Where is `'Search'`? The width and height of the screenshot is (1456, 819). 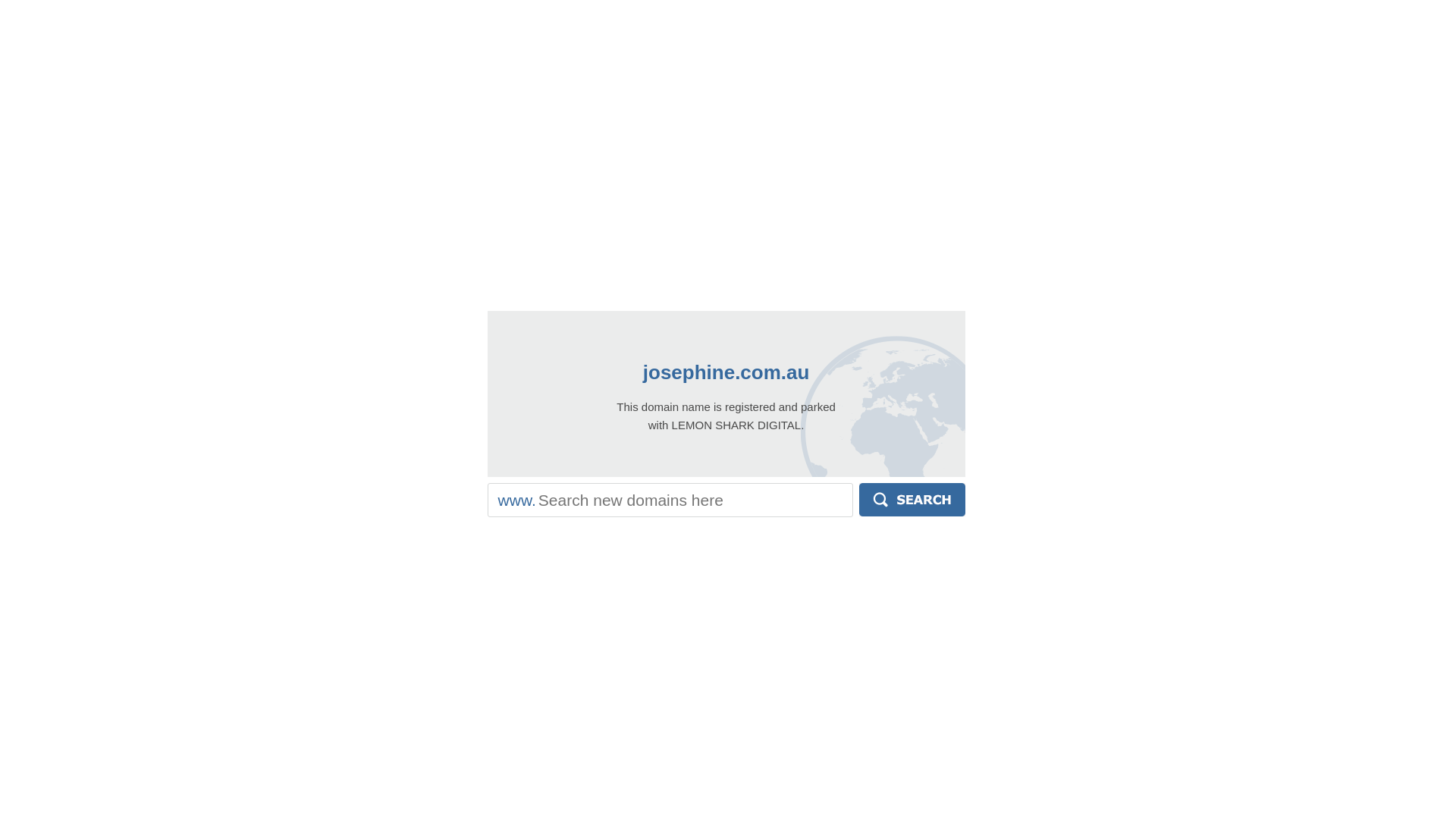
'Search' is located at coordinates (912, 500).